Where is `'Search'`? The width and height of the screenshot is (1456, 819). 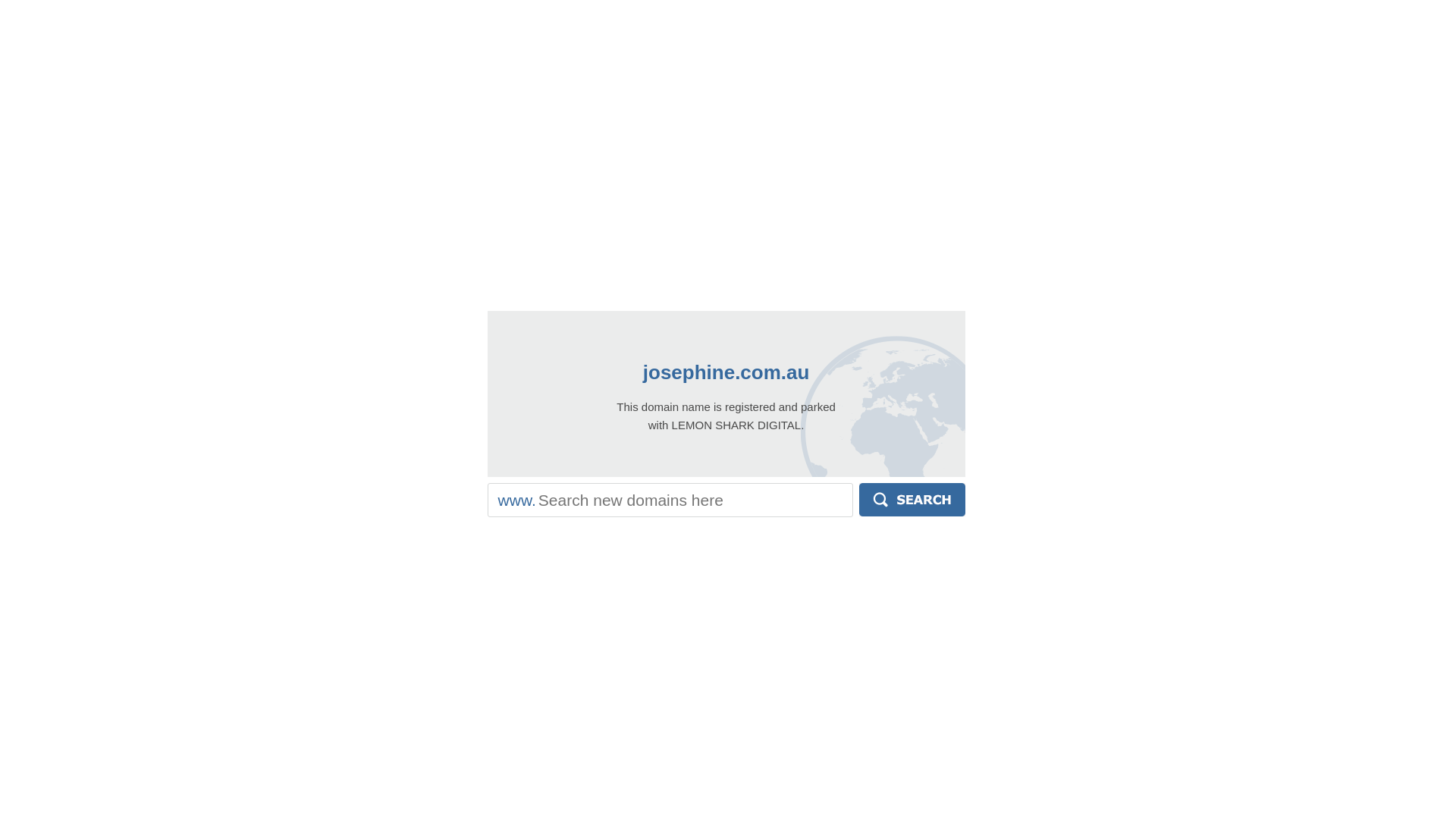
'Search' is located at coordinates (912, 500).